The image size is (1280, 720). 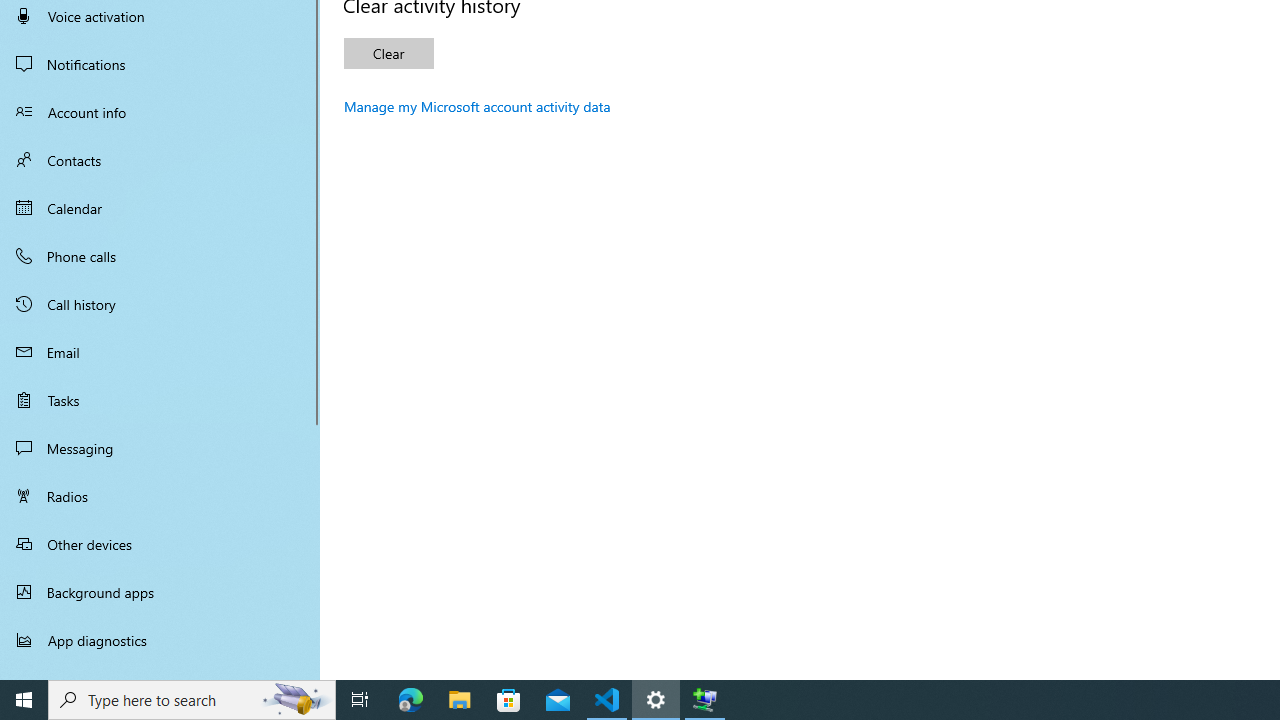 I want to click on 'Tasks', so click(x=160, y=399).